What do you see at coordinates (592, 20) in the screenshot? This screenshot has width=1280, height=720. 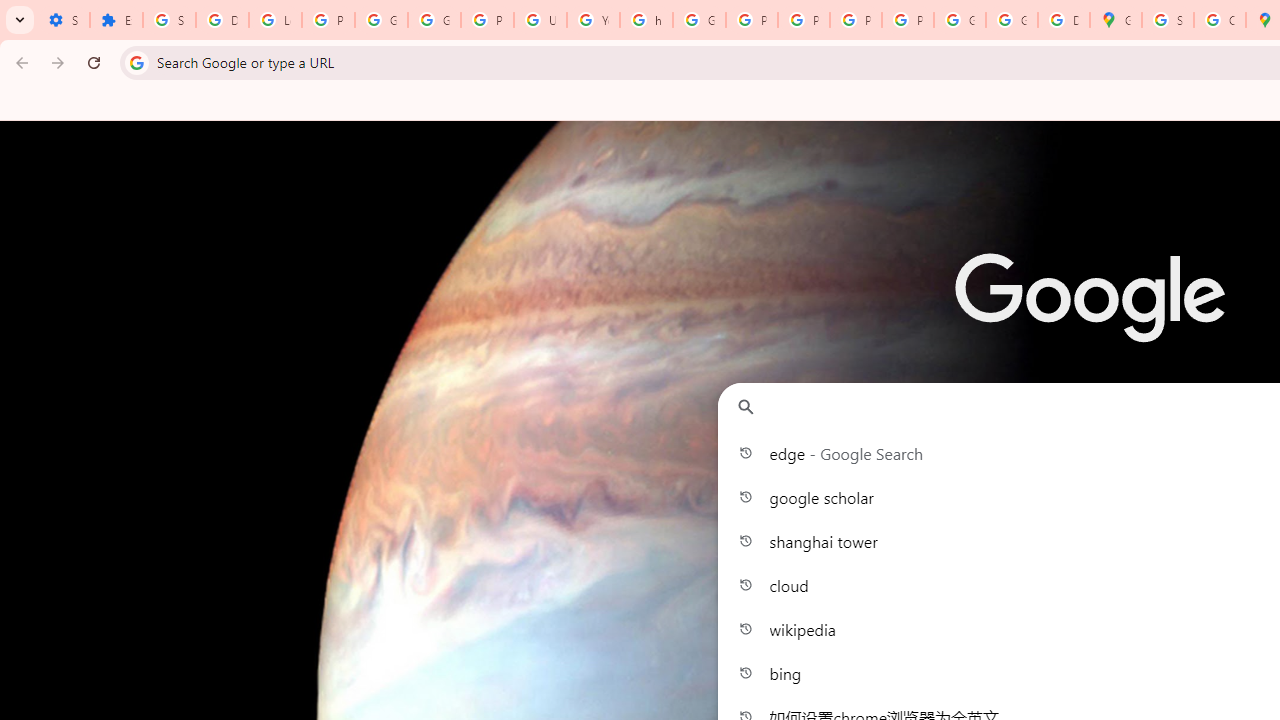 I see `'YouTube'` at bounding box center [592, 20].